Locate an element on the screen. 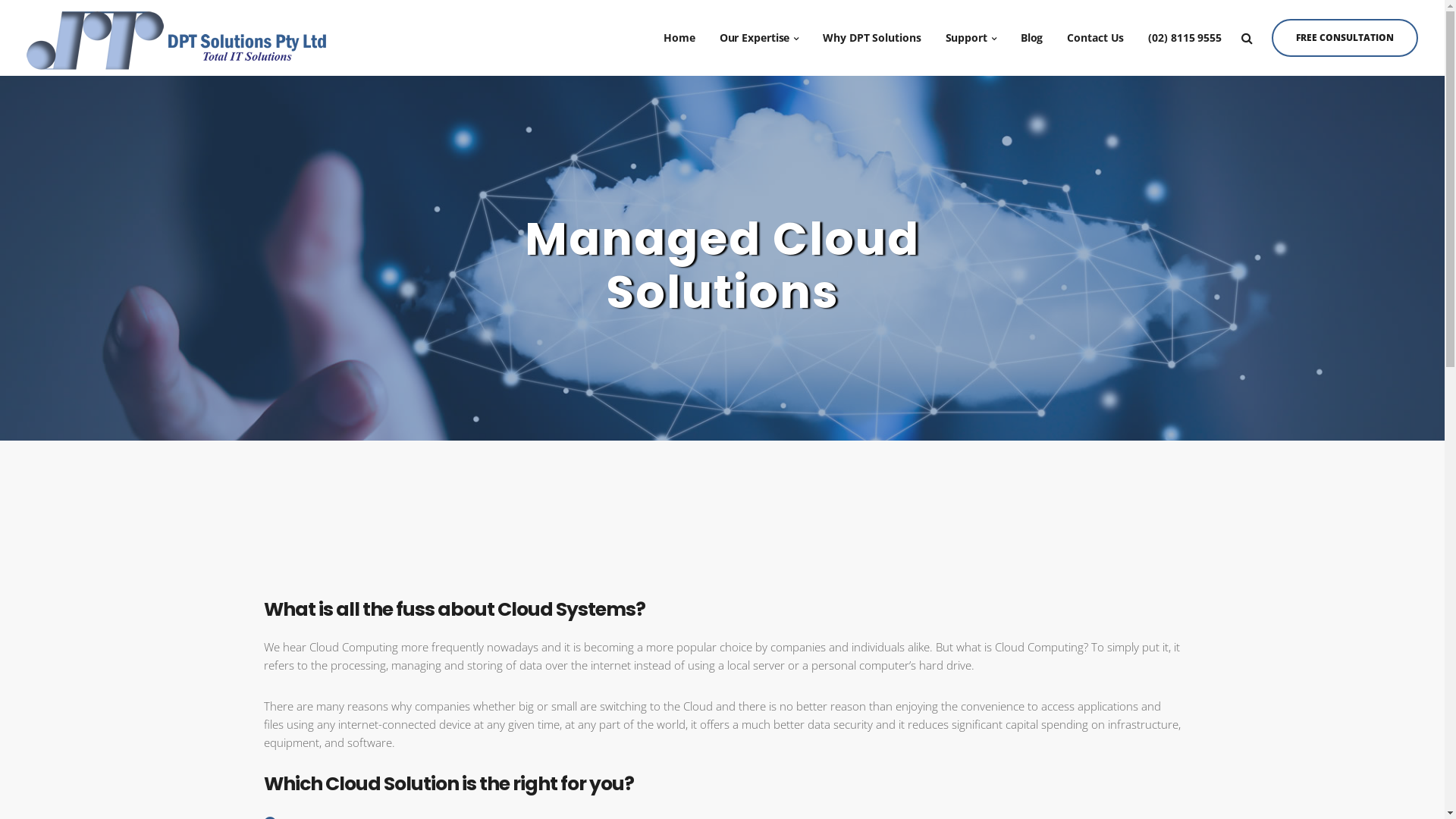 This screenshot has width=1456, height=819. 'FREE CONSULTATION' is located at coordinates (1345, 37).